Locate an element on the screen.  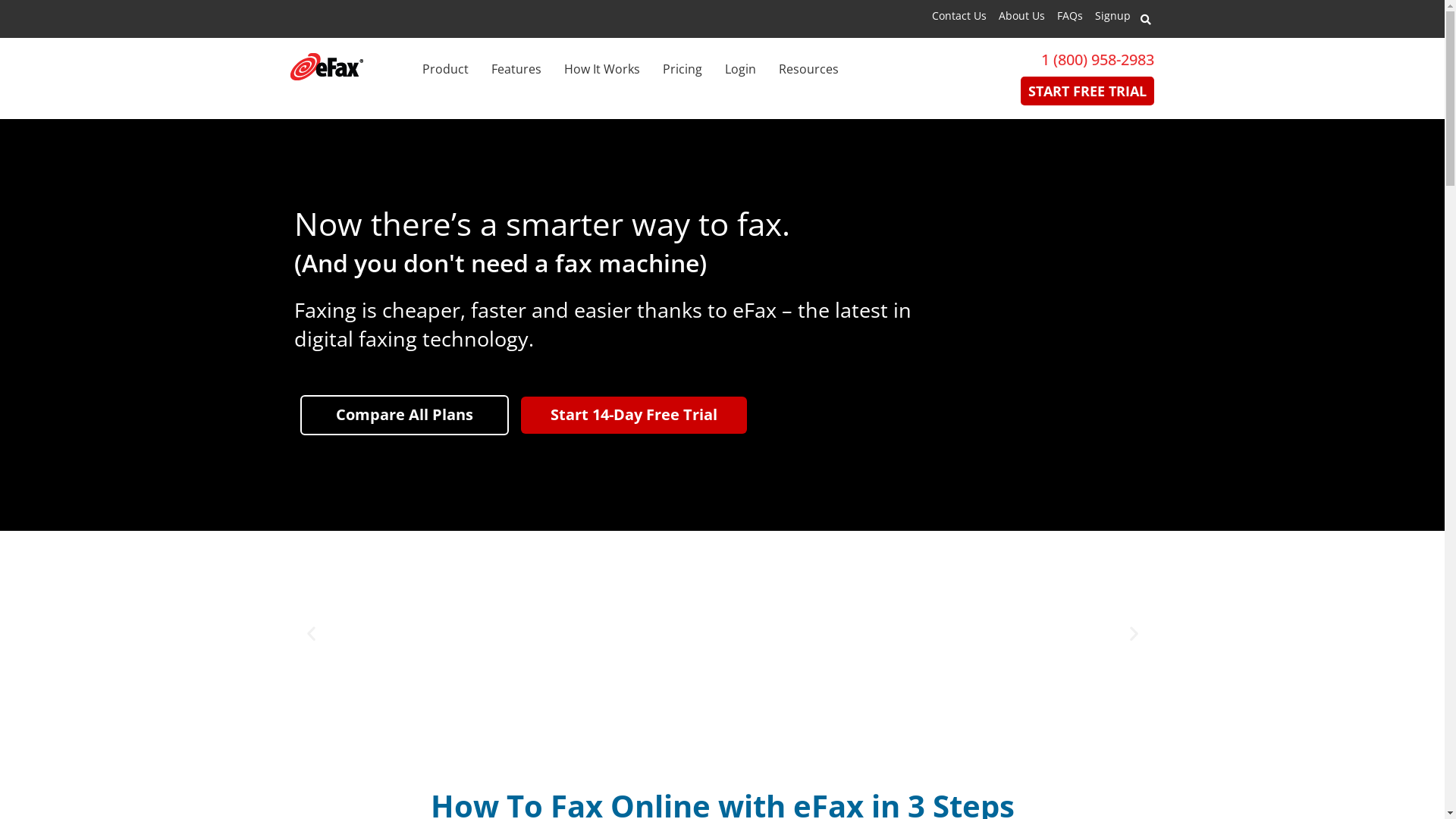
'Product' is located at coordinates (414, 70).